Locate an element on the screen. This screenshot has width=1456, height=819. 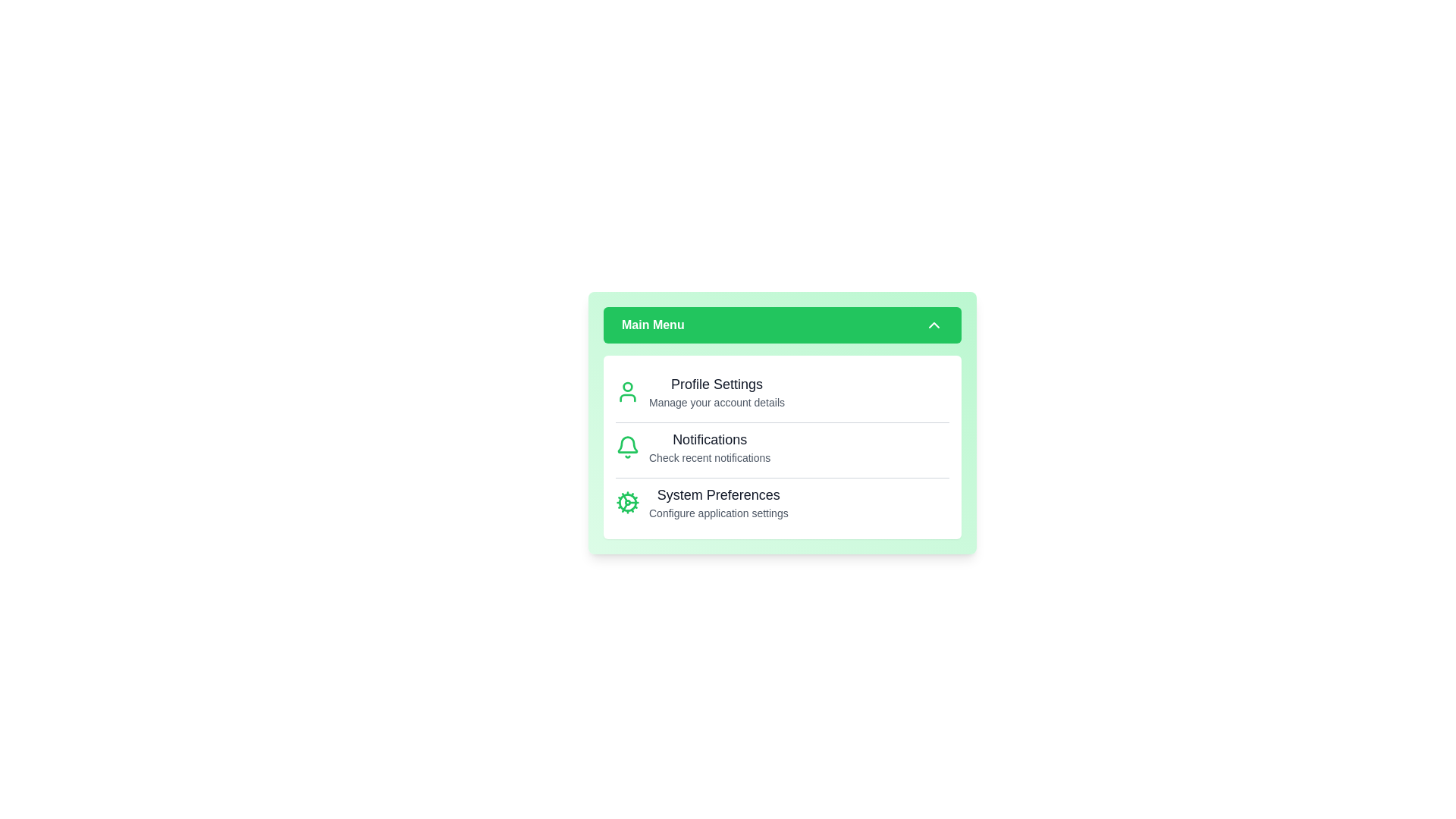
the descriptive text under the menu item System Preferences is located at coordinates (717, 513).